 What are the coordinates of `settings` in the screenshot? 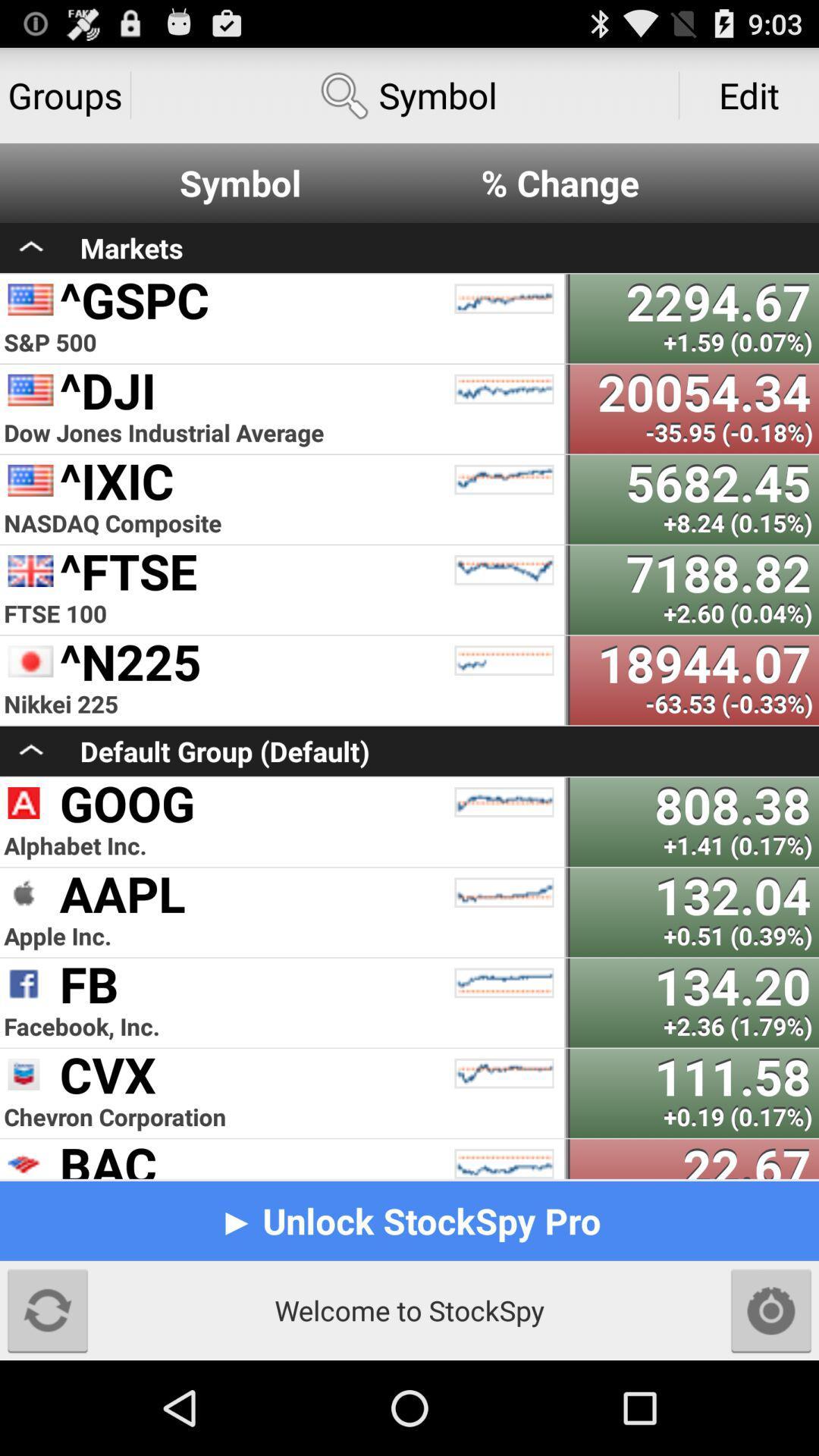 It's located at (771, 1310).